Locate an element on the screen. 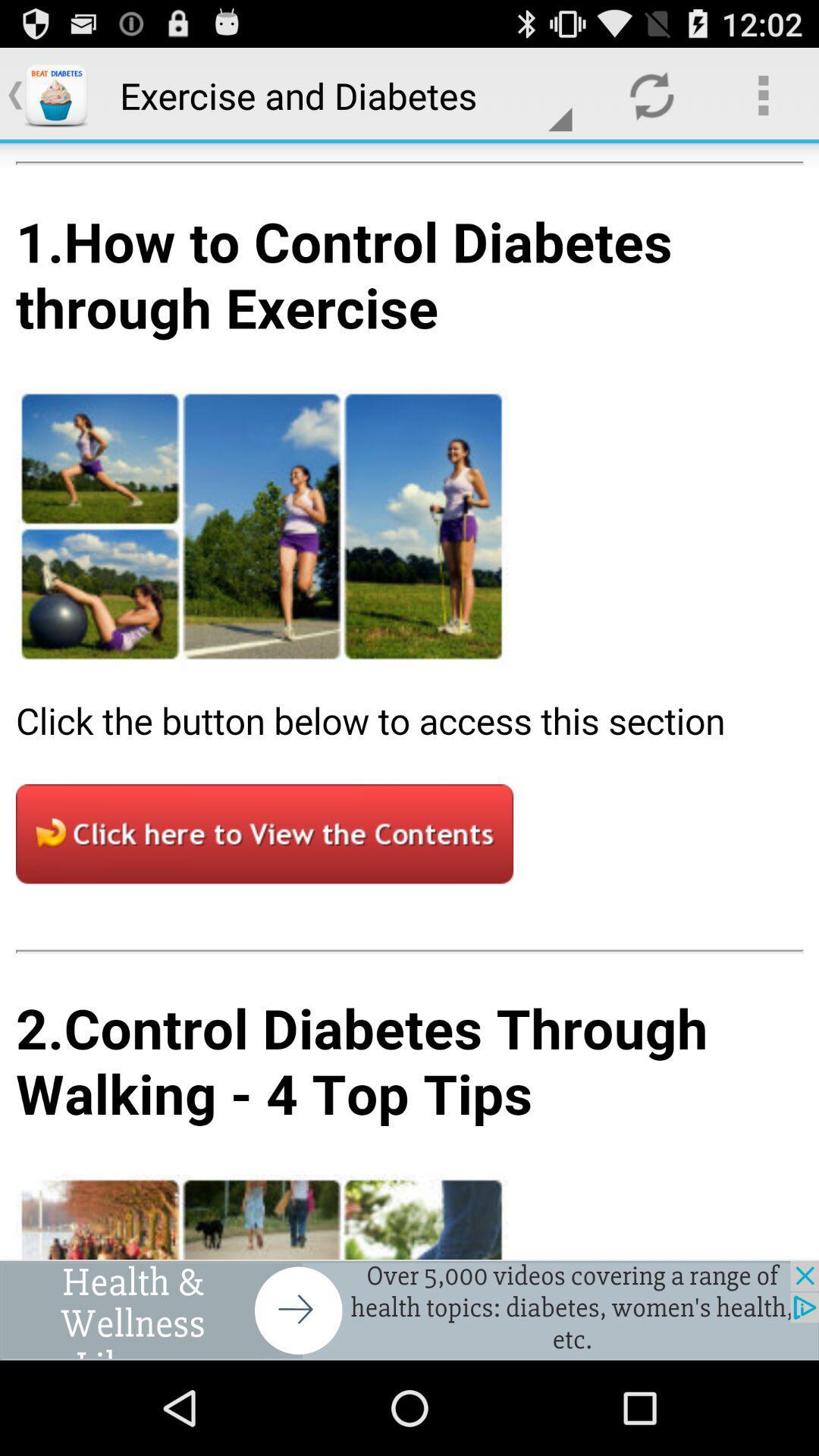 The height and width of the screenshot is (1456, 819). advertisement for health and wellness is located at coordinates (409, 1310).